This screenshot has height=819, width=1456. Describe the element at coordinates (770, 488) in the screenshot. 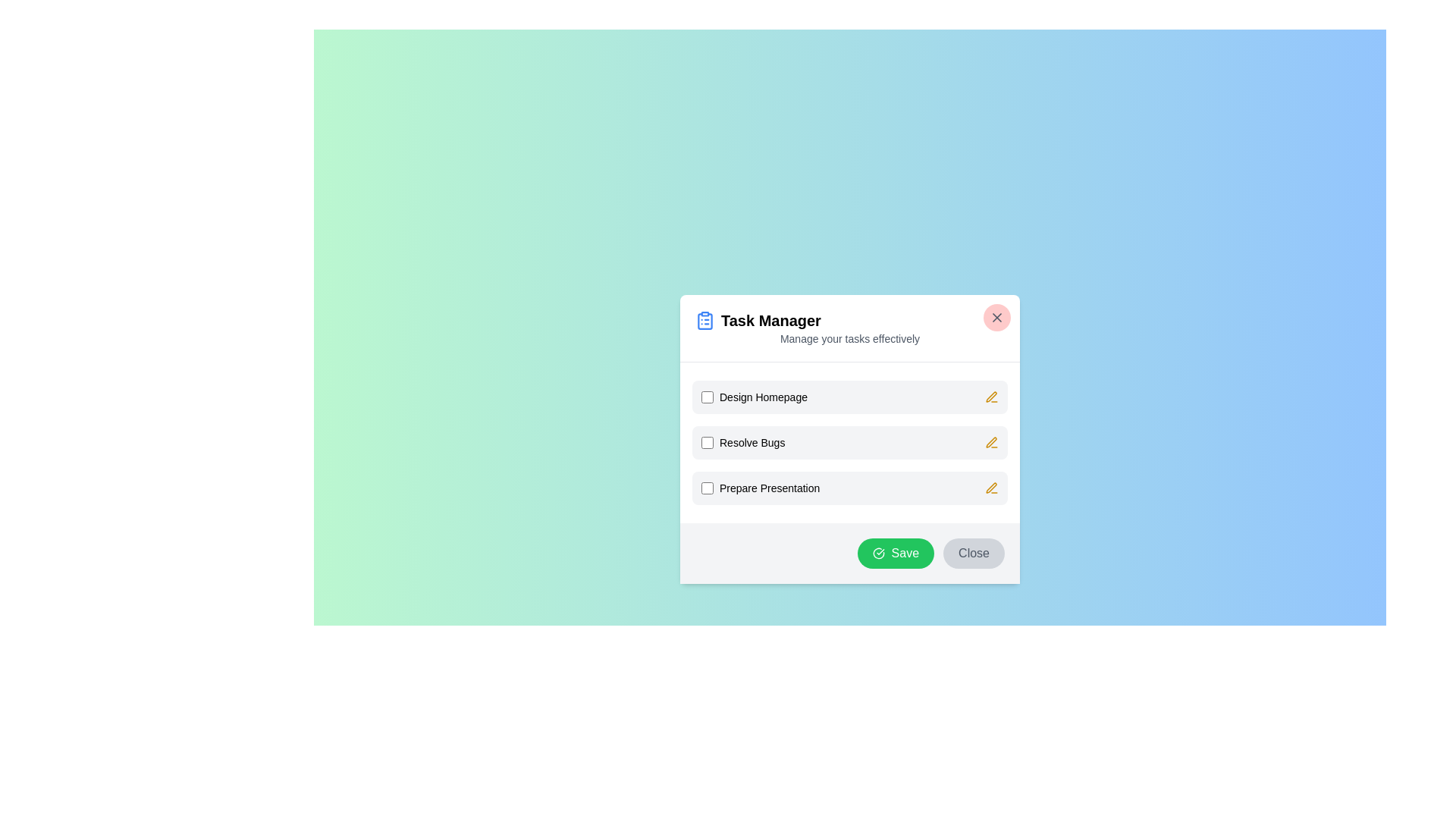

I see `the text label 'Prepare Presentation' in the Task Manager interface` at that location.